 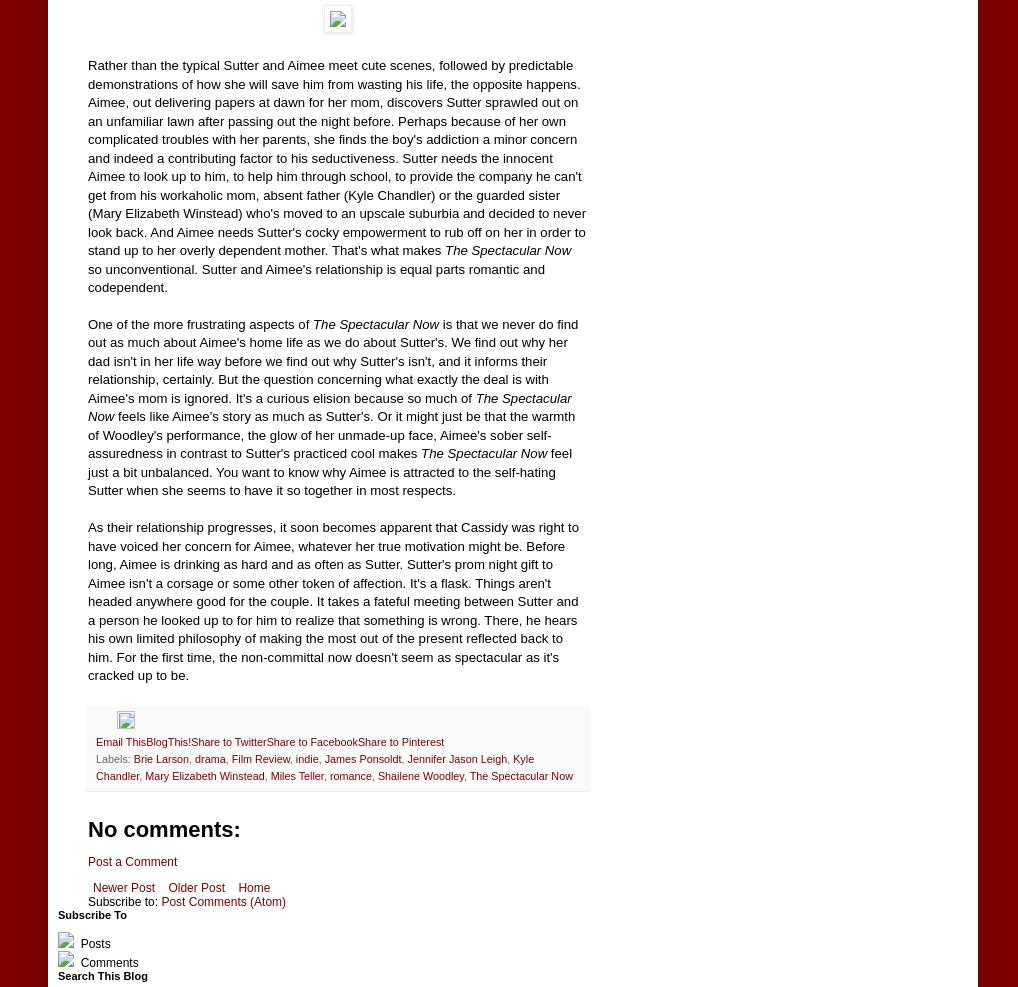 What do you see at coordinates (376, 774) in the screenshot?
I see `'Shailene Woodley'` at bounding box center [376, 774].